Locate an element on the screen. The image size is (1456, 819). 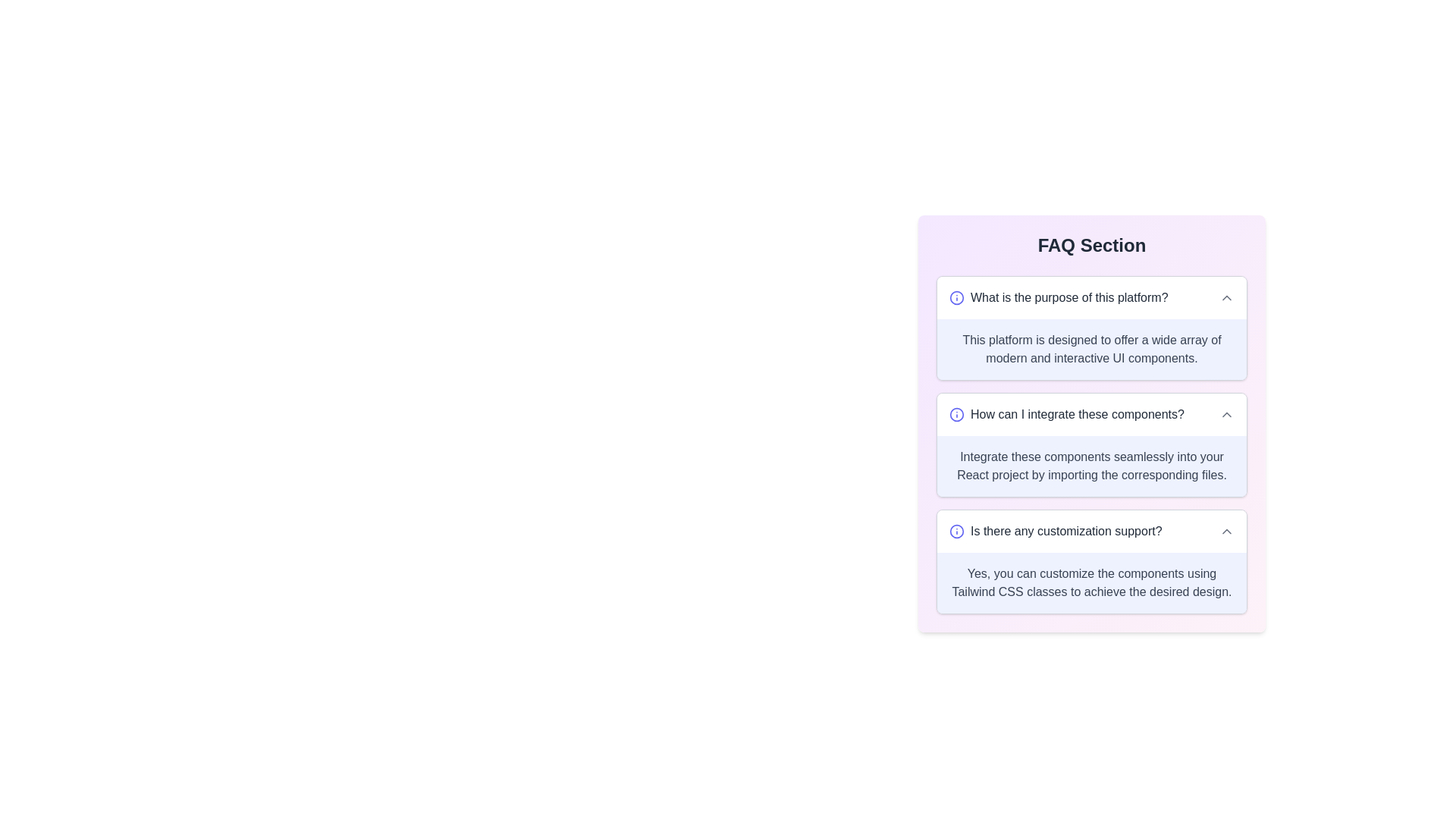
the third FAQ section header which toggles the visibility of additional information is located at coordinates (1092, 531).